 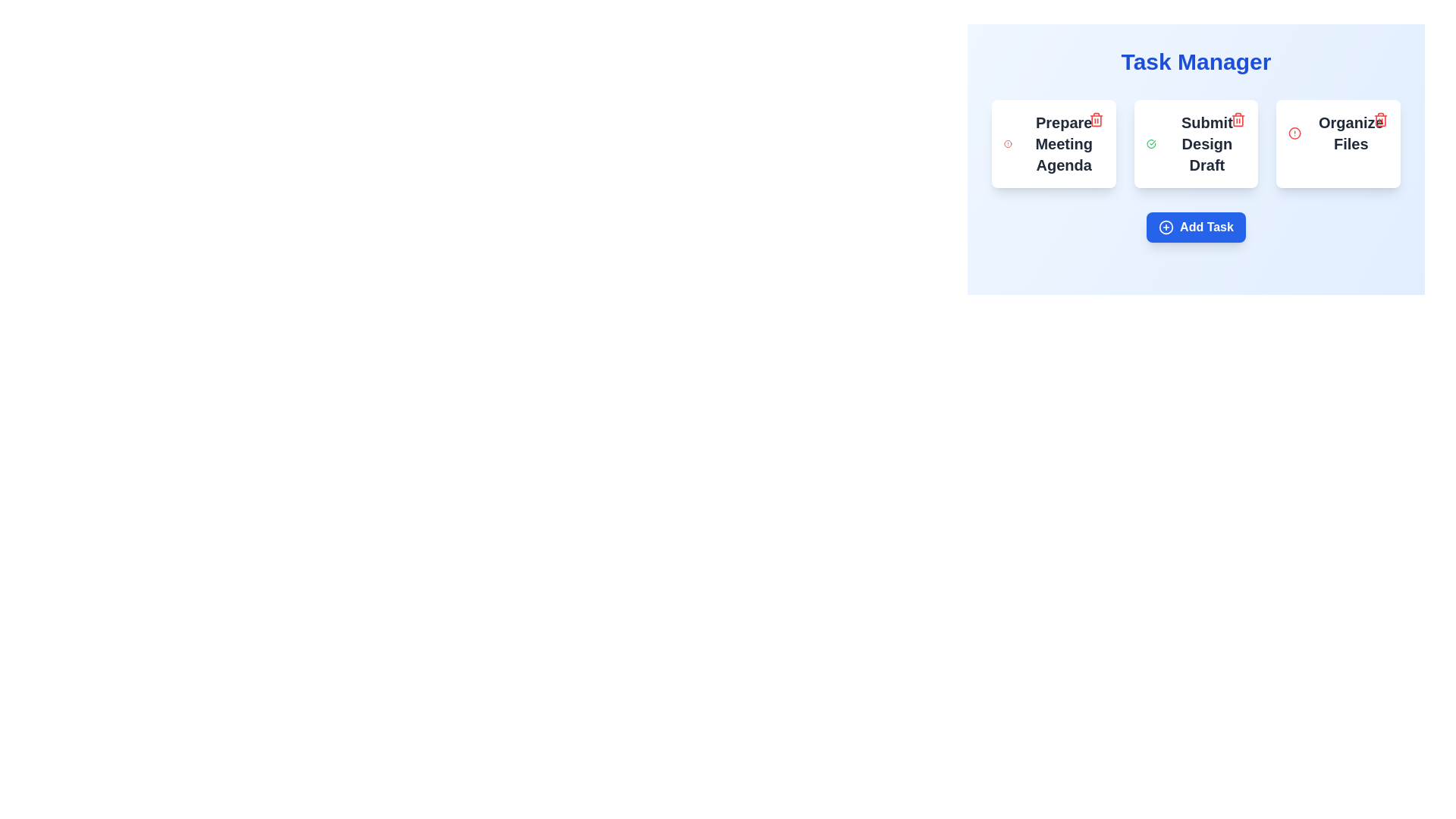 What do you see at coordinates (1166, 227) in the screenshot?
I see `the circular part of the 'plus inside a circle' graphic which is part of the 'Add Task' button located at the bottom of the task management section` at bounding box center [1166, 227].